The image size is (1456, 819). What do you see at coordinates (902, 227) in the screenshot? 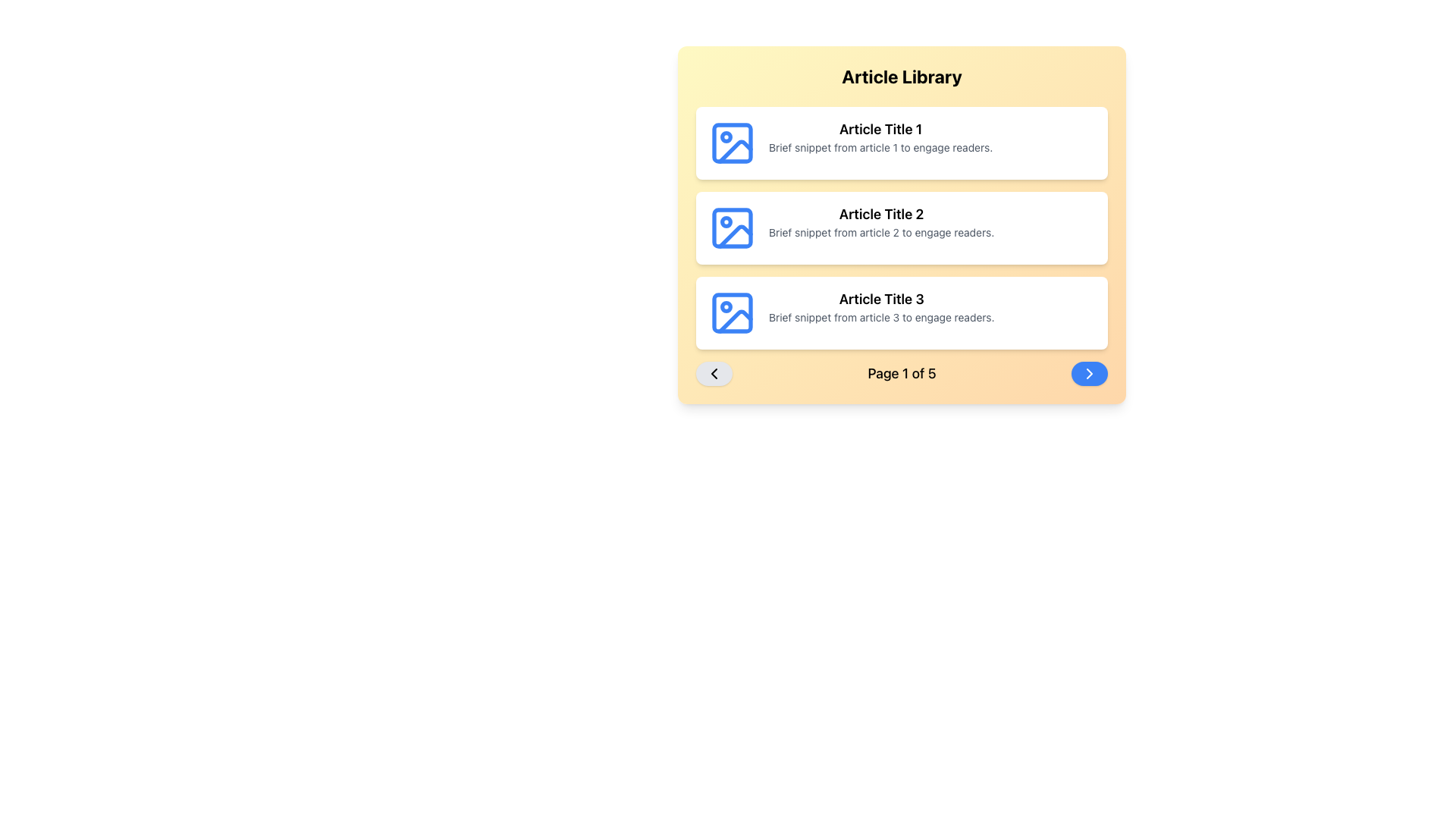
I see `the List Group element that contains article previews, located directly below the 'Article Library' heading` at bounding box center [902, 227].